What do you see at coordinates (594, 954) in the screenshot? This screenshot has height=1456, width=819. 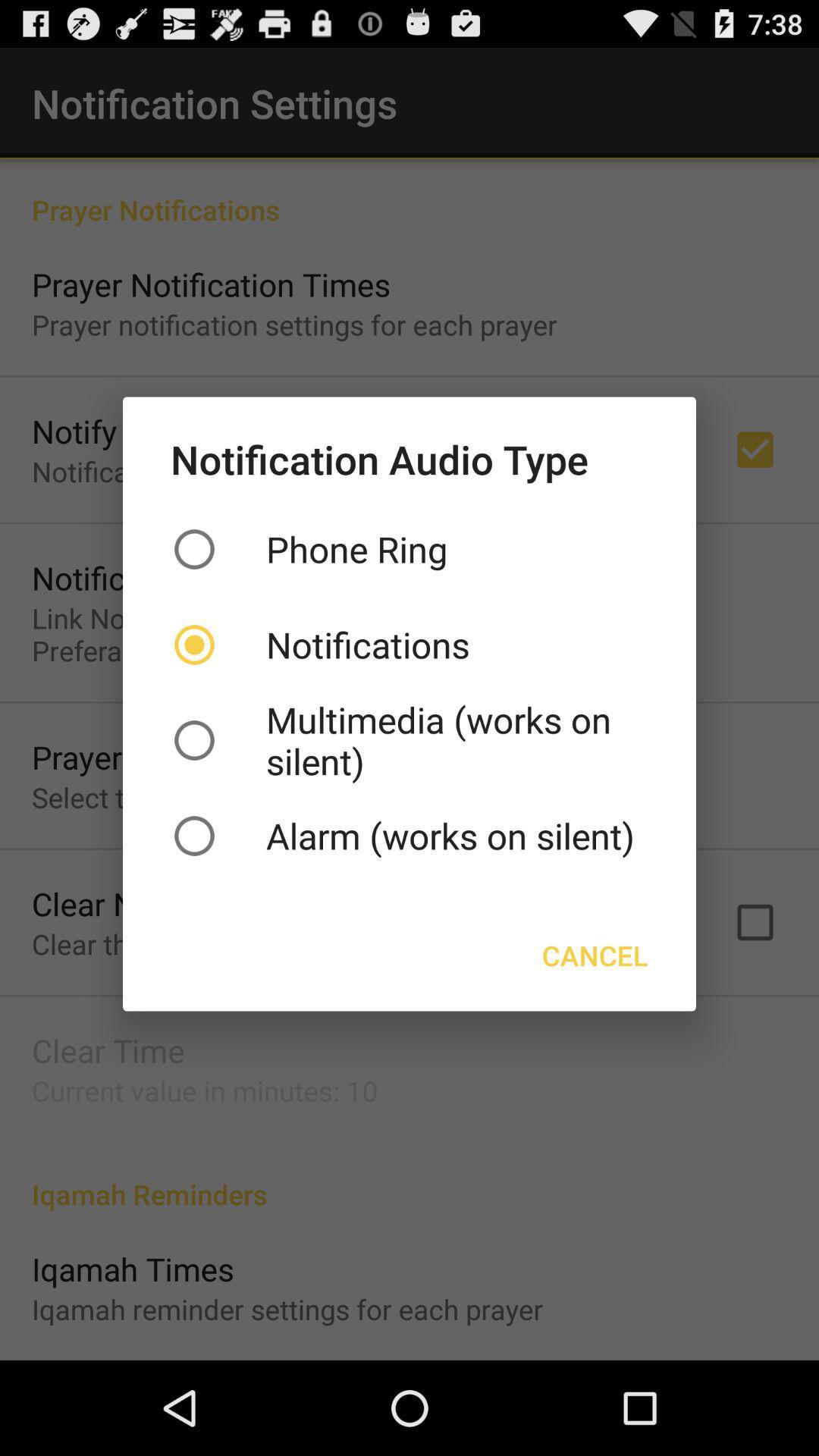 I see `cancel button` at bounding box center [594, 954].